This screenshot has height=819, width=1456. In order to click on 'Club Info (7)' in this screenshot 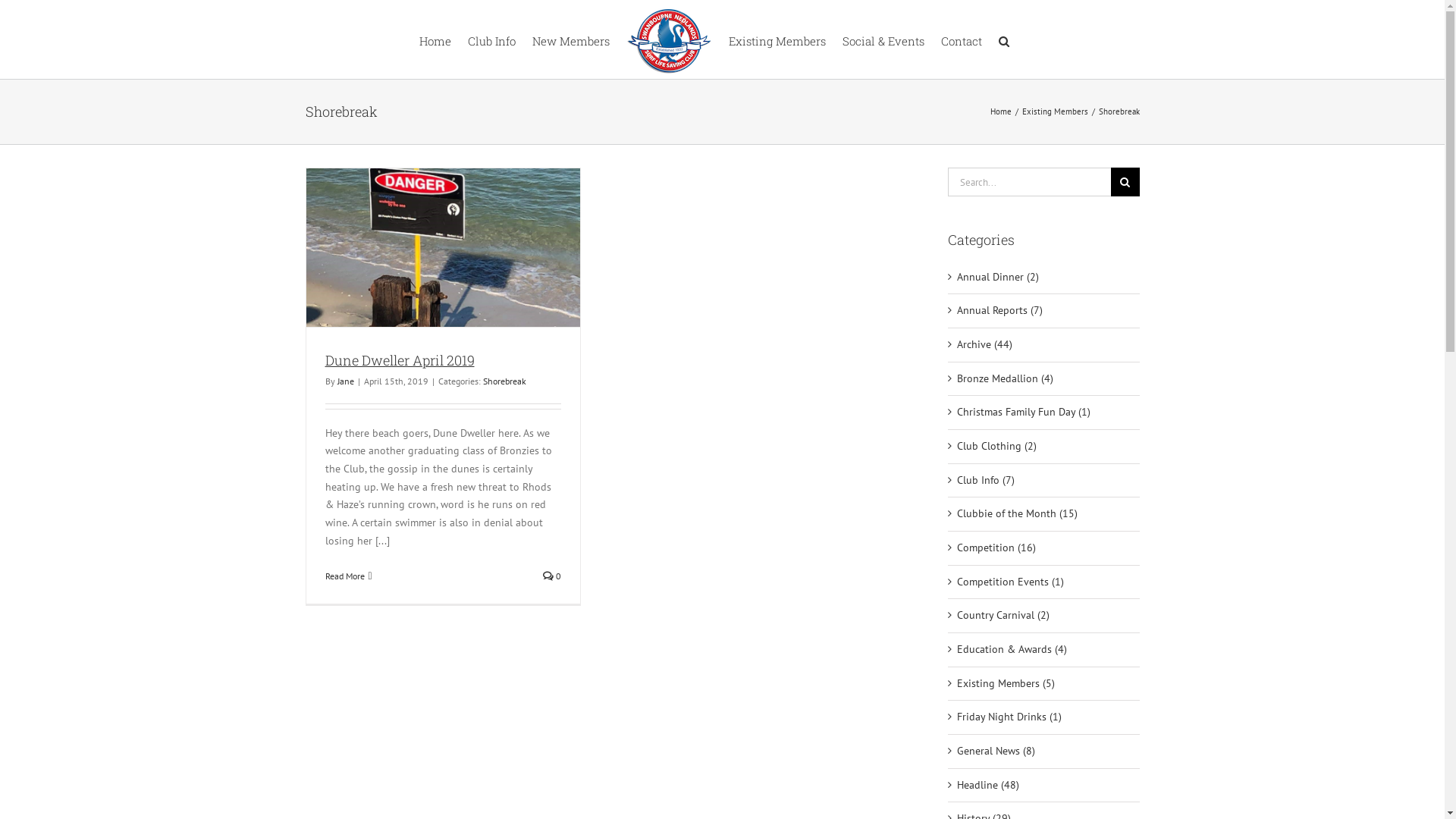, I will do `click(1043, 480)`.